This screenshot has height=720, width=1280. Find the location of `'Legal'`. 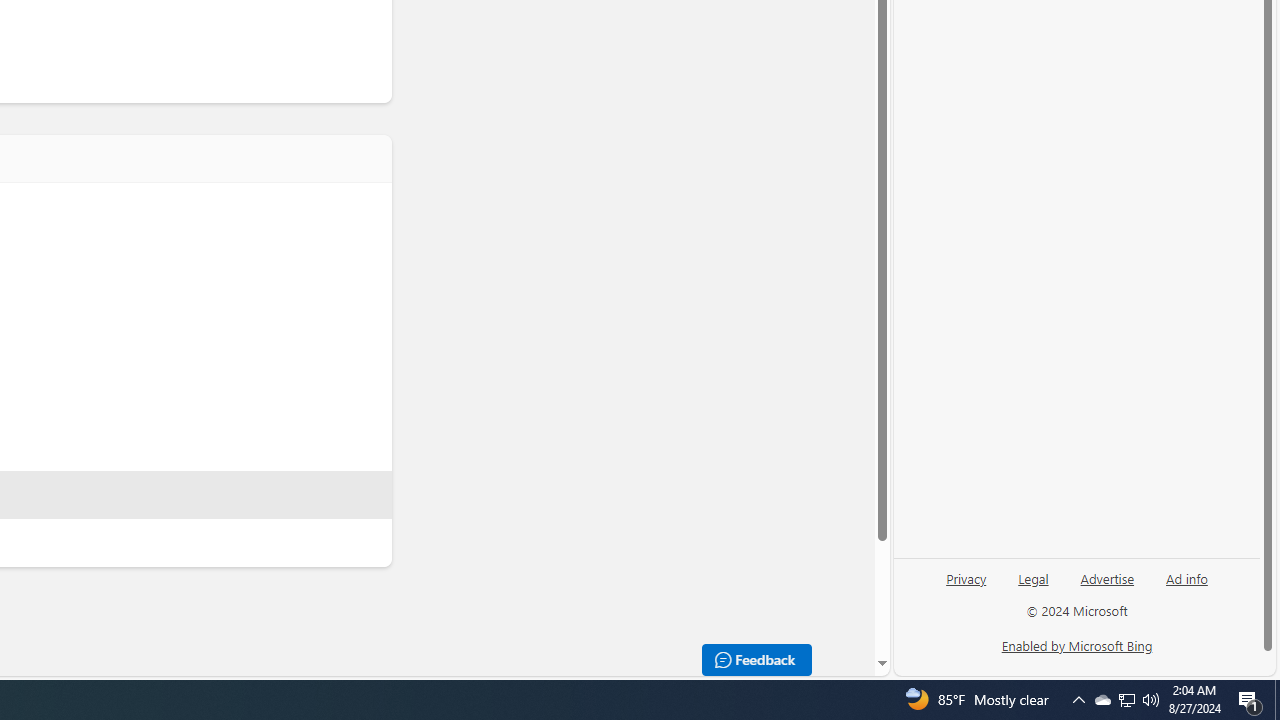

'Legal' is located at coordinates (1033, 577).